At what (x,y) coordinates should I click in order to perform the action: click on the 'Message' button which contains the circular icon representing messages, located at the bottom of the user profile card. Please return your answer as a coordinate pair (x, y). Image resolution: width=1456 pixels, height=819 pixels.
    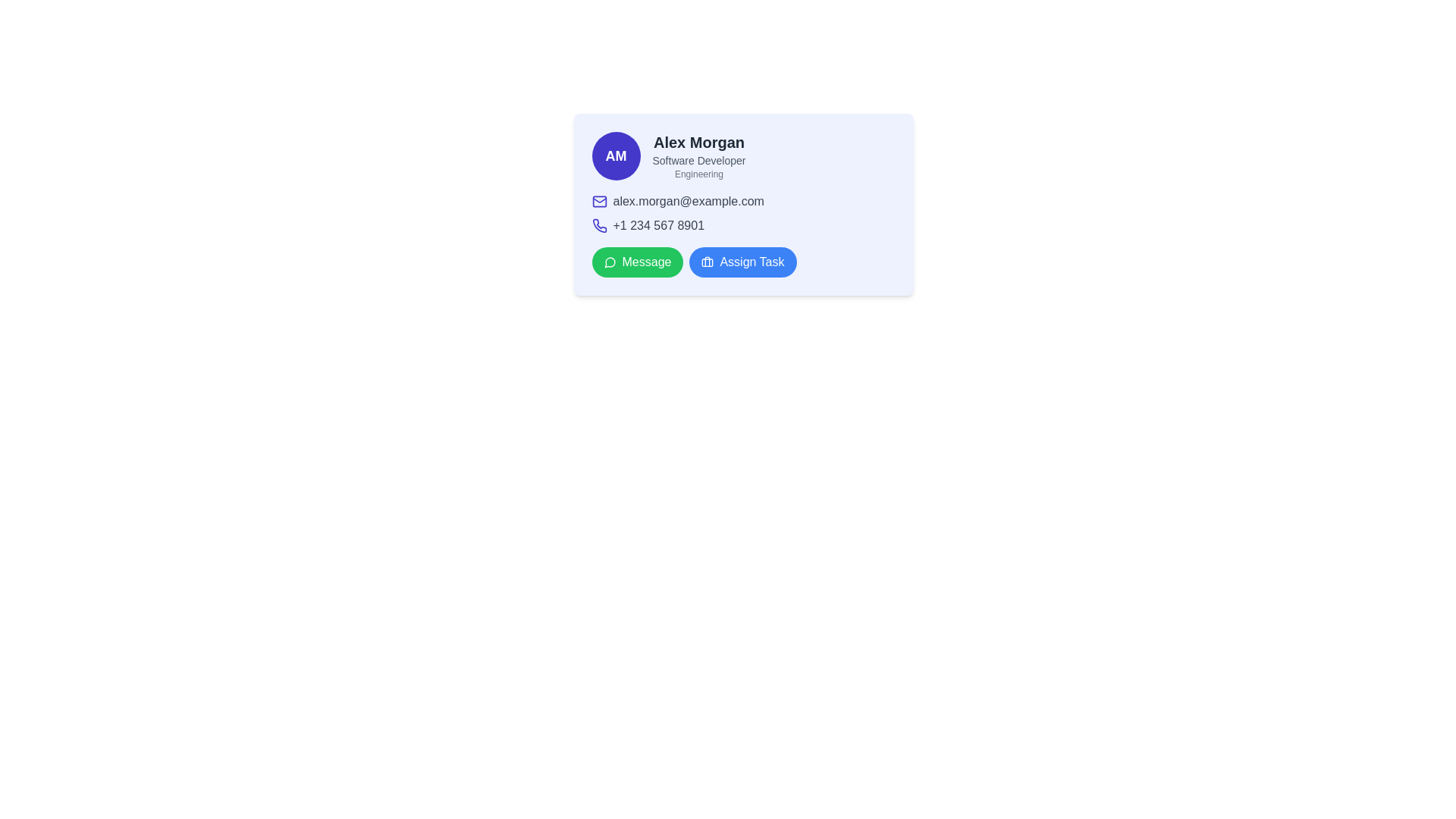
    Looking at the image, I should click on (610, 262).